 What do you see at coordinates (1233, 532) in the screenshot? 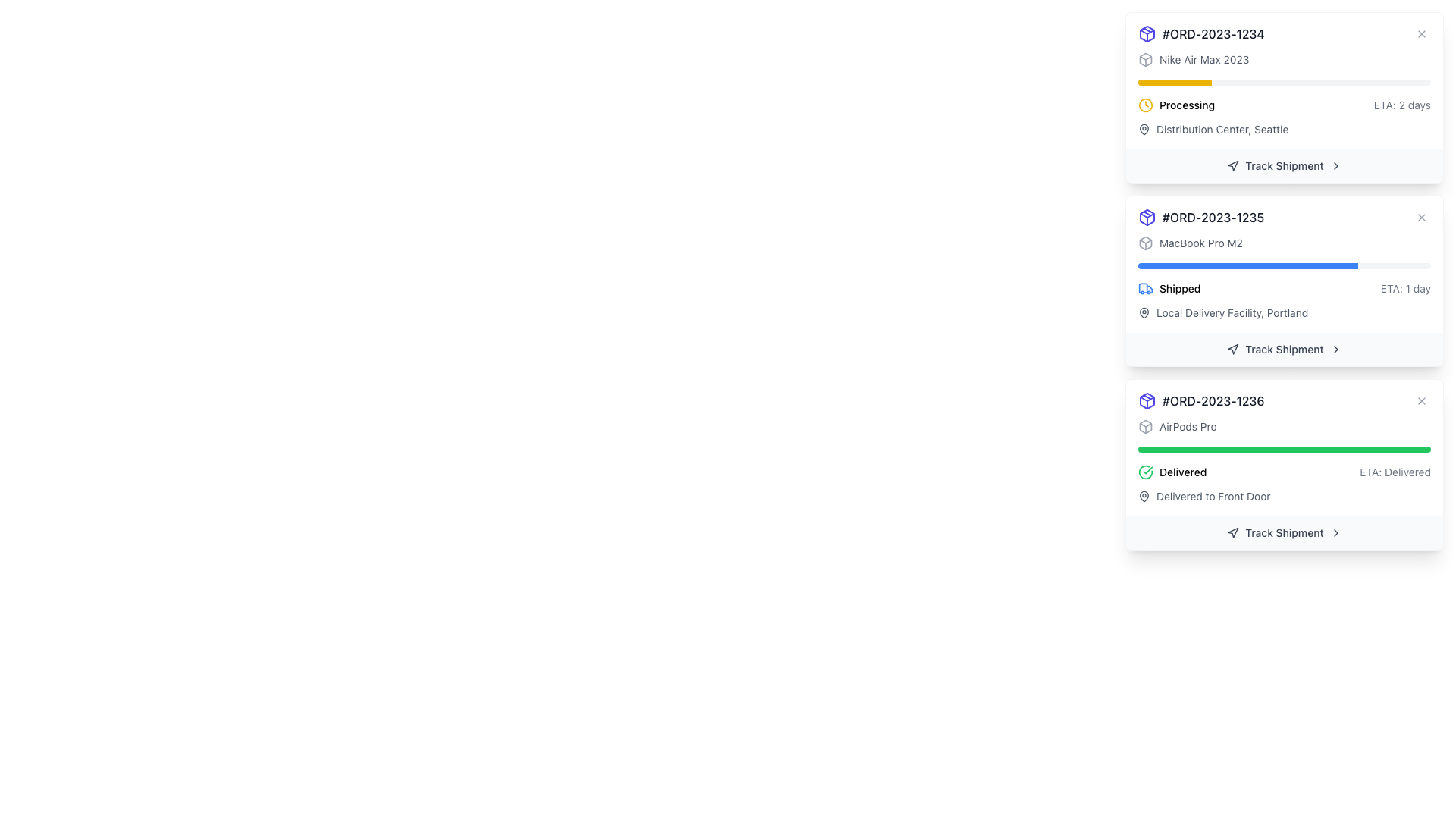
I see `the navigation arrow icon within the 'Track Shipment' button, which is a triangular shape pointing upwards and to the right` at bounding box center [1233, 532].